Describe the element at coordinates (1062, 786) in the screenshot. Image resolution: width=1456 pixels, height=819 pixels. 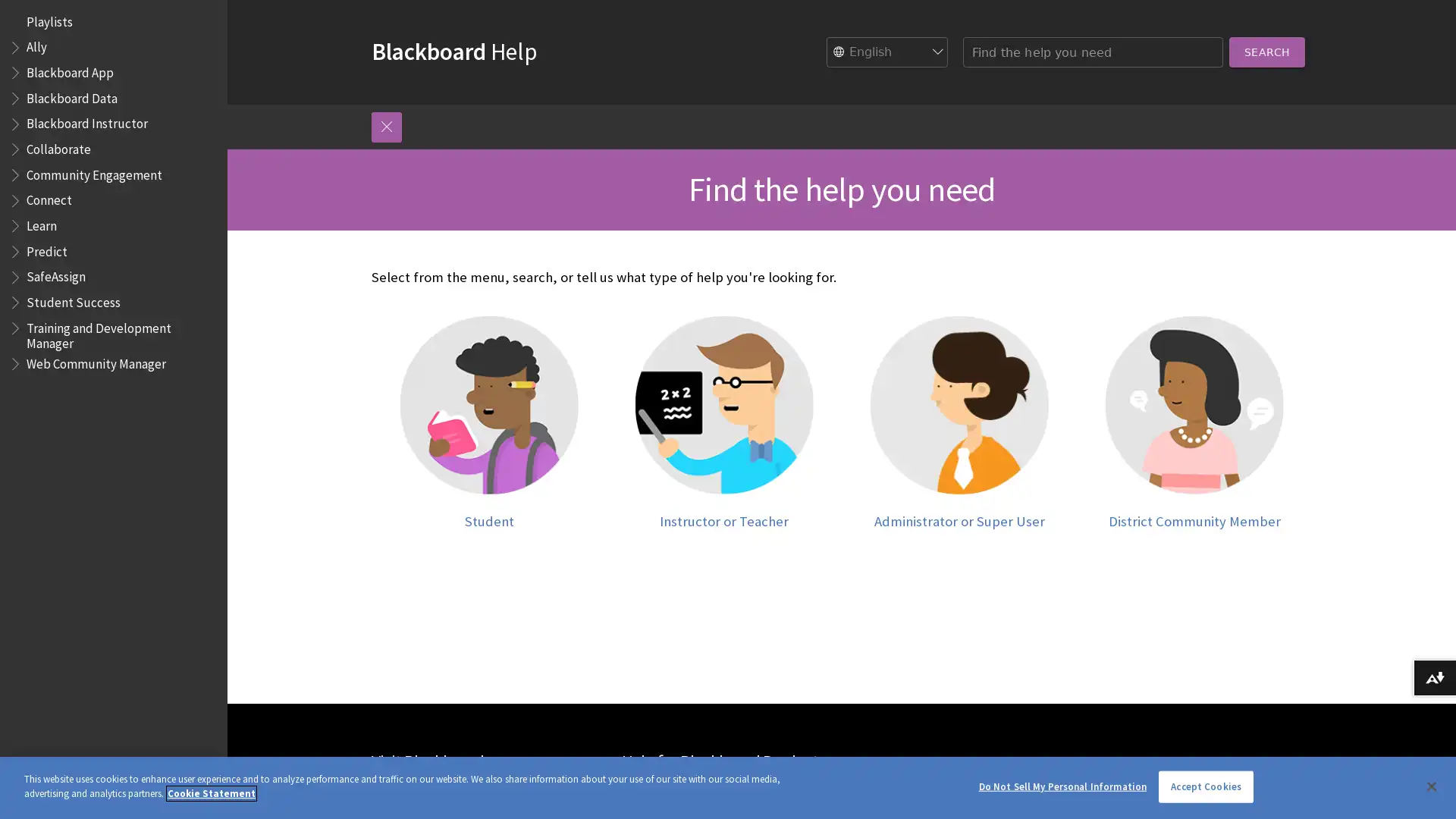
I see `Do Not Sell My Personal Information` at that location.